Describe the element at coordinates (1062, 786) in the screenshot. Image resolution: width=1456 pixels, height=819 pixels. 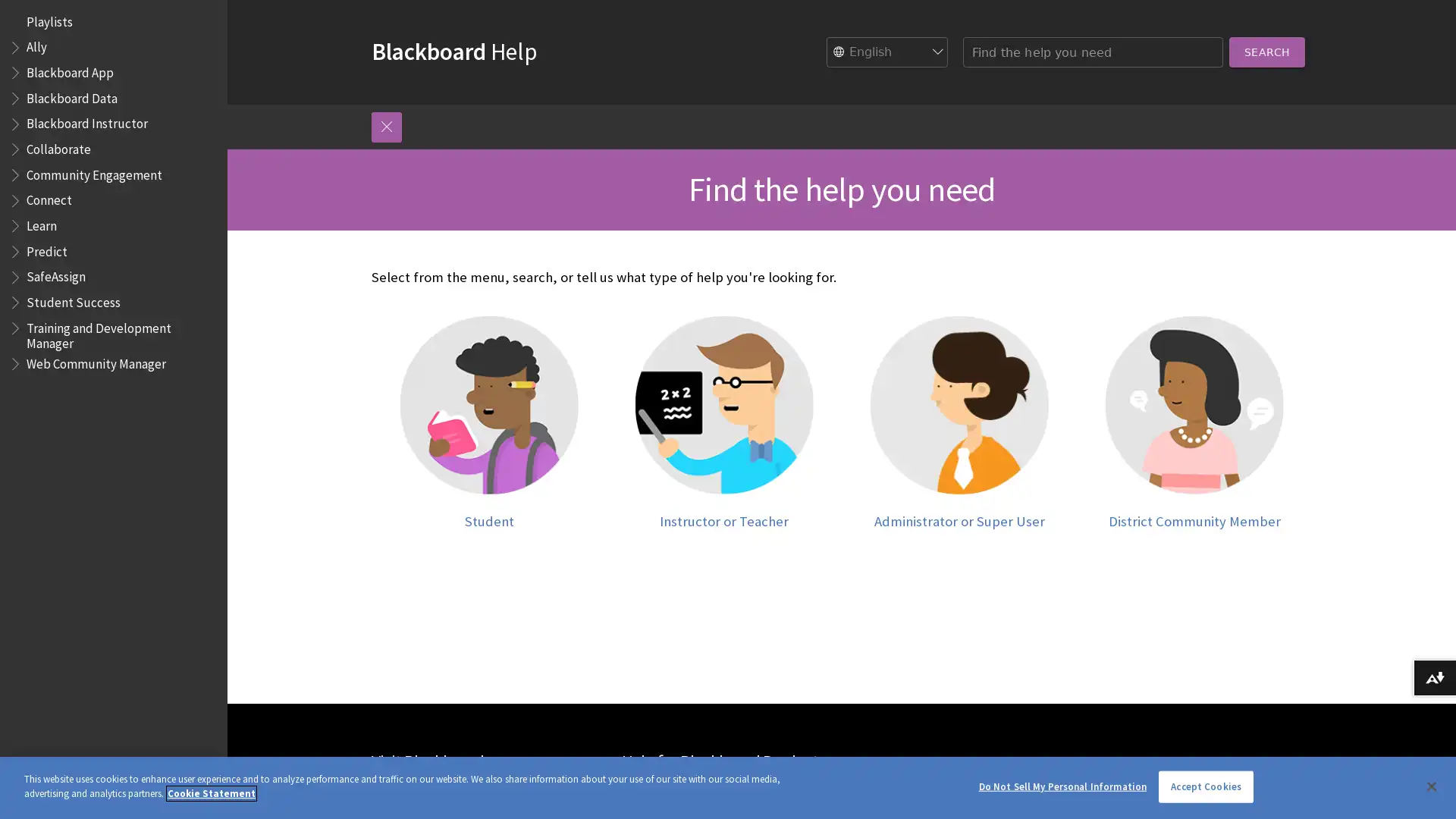
I see `Do Not Sell My Personal Information` at that location.